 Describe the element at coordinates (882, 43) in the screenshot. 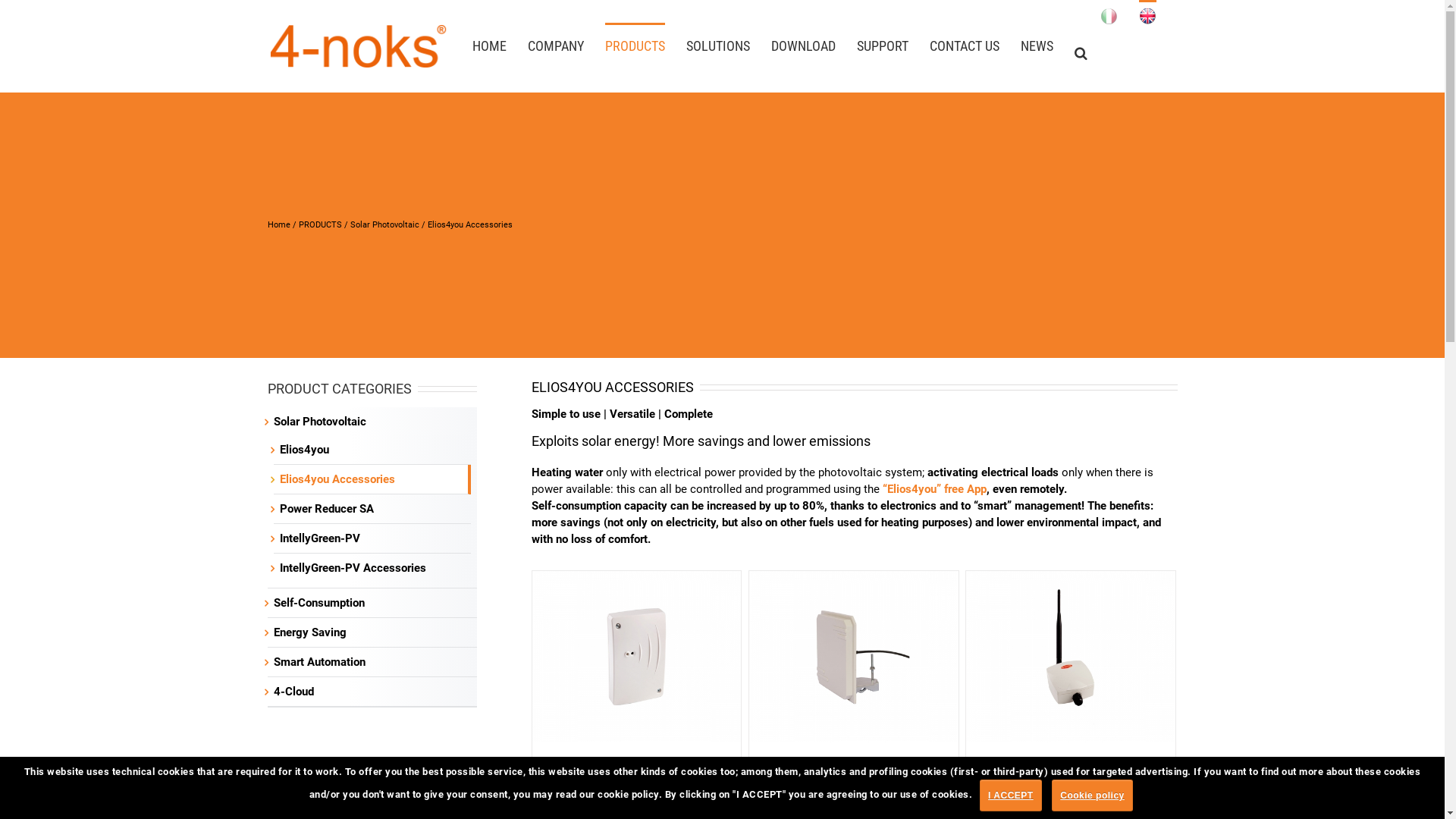

I see `'SUPPORT'` at that location.